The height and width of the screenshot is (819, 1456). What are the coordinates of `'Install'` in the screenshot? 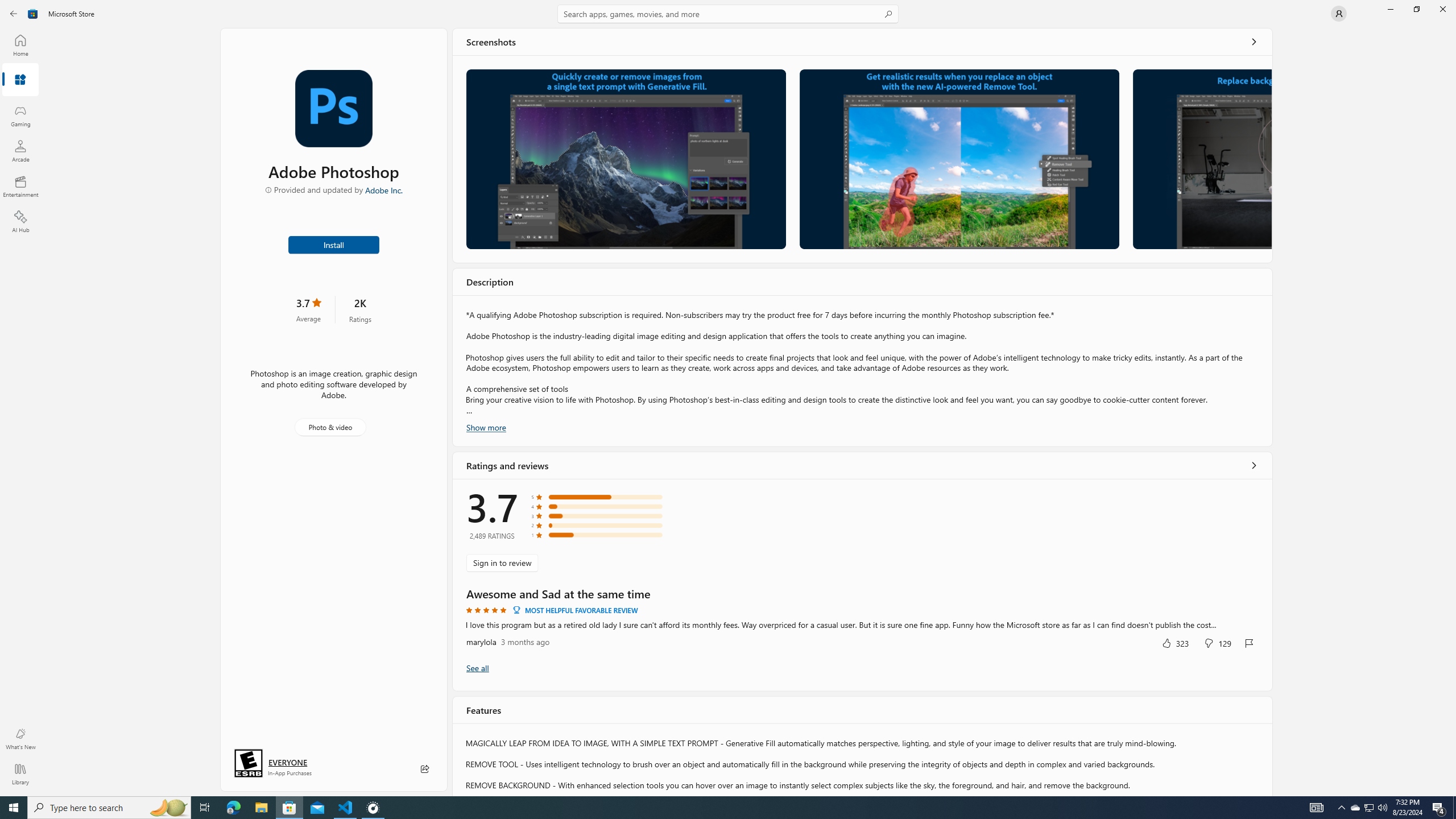 It's located at (334, 243).